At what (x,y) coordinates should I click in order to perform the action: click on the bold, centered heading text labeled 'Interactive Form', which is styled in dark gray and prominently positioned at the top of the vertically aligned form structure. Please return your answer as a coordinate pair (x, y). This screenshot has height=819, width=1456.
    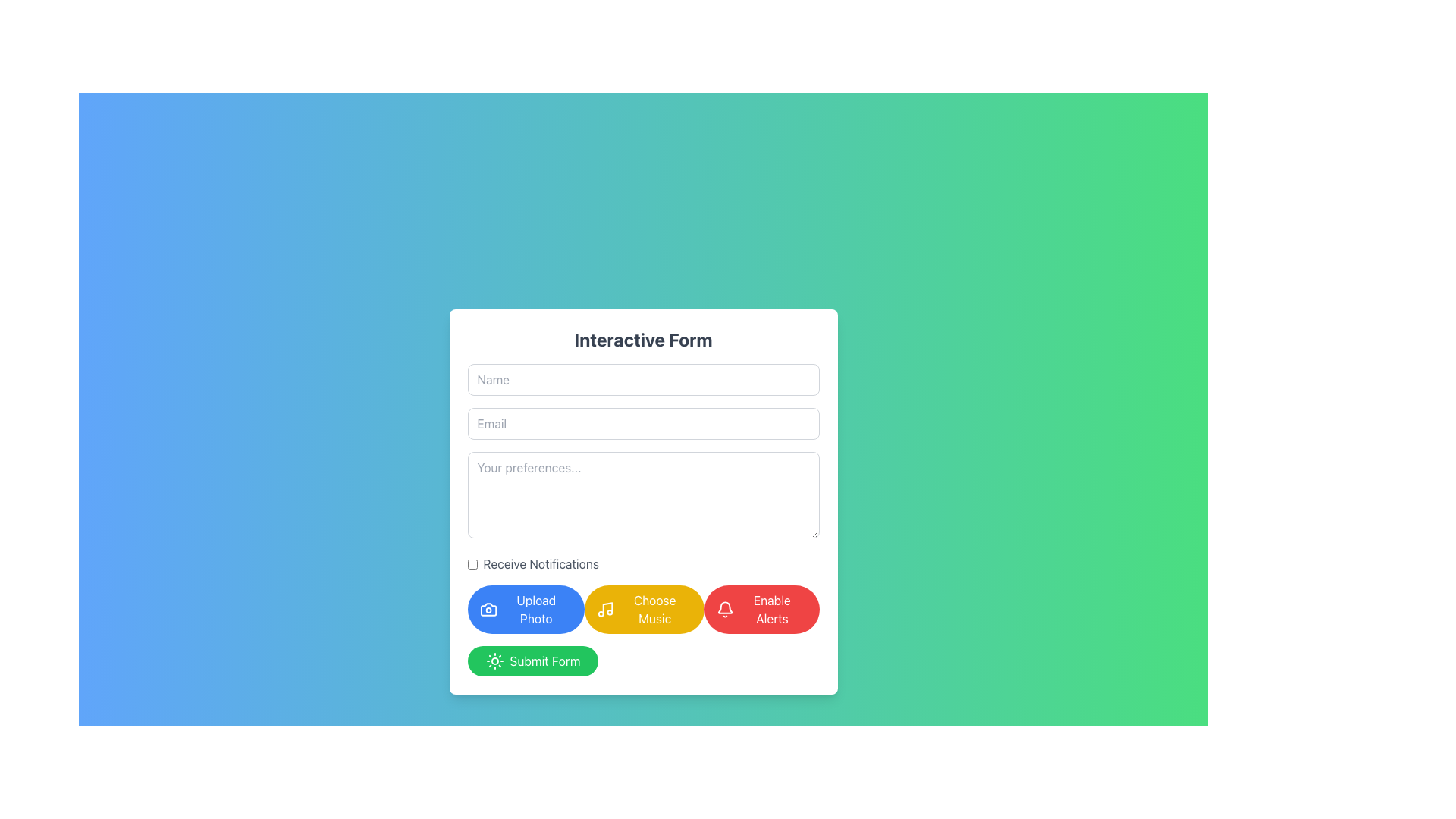
    Looking at the image, I should click on (643, 338).